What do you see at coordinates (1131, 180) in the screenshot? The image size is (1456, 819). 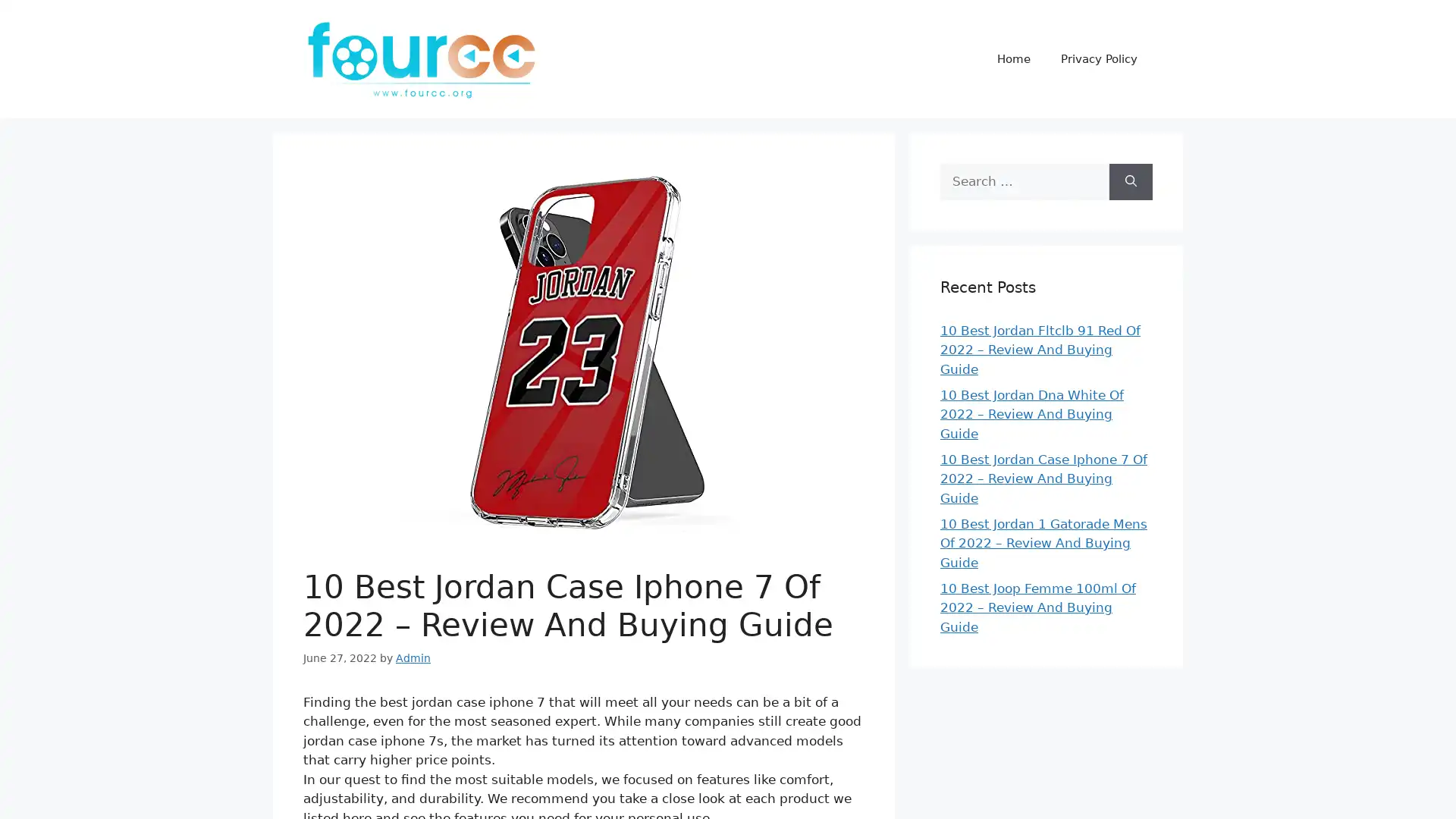 I see `Search` at bounding box center [1131, 180].